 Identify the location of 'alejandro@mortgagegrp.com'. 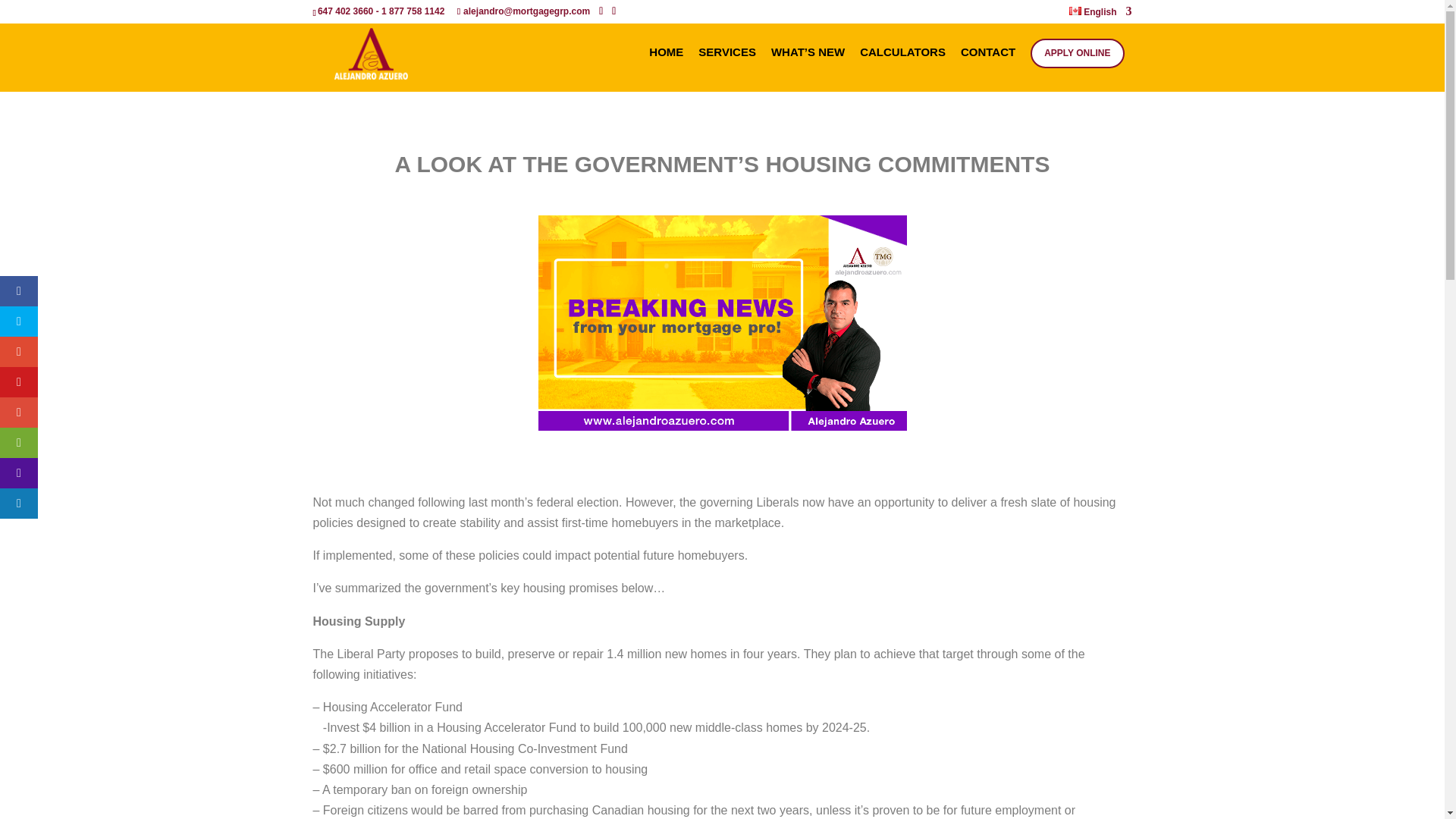
(523, 11).